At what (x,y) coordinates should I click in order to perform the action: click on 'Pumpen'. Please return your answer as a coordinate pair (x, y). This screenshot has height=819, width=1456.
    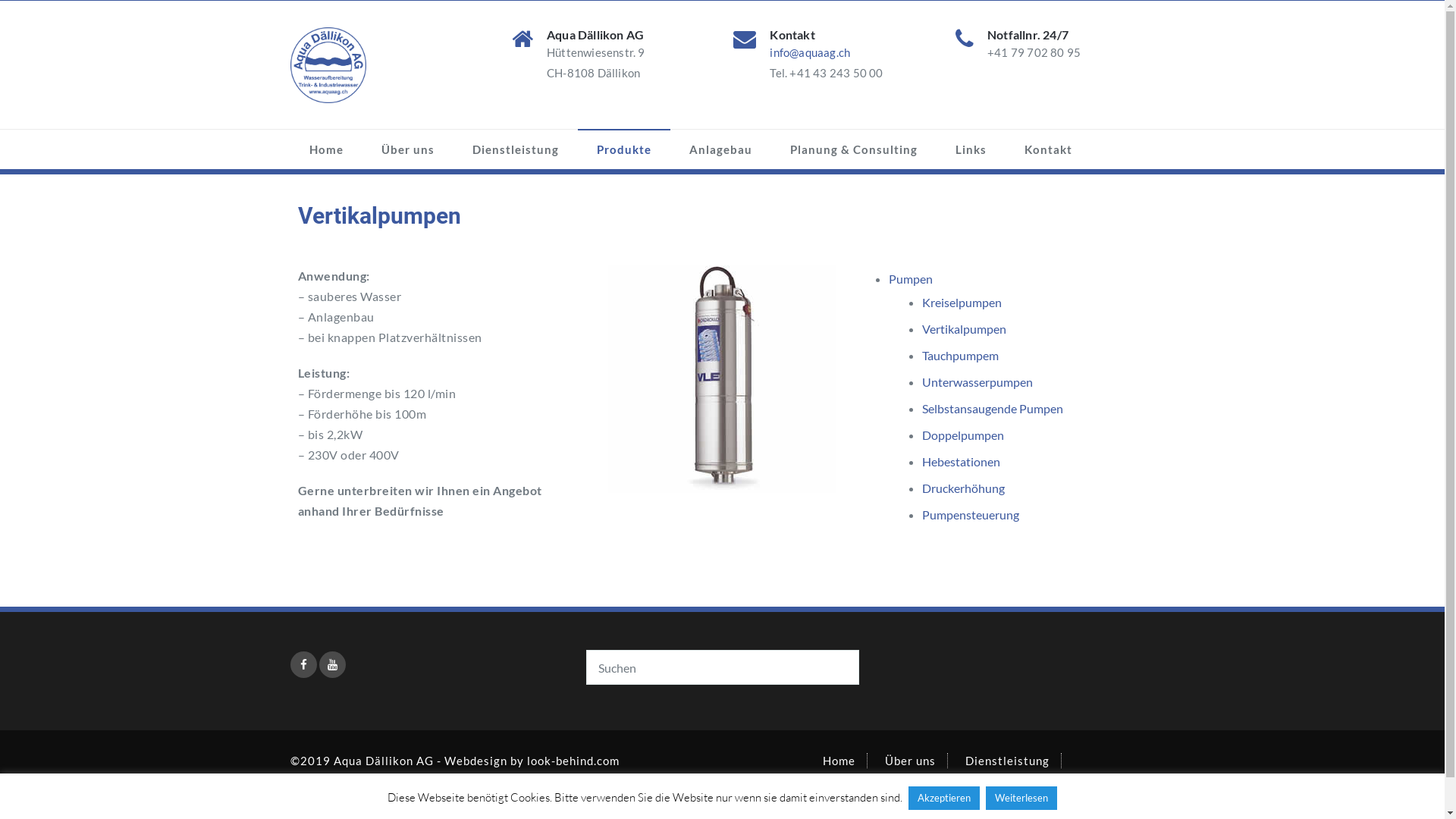
    Looking at the image, I should click on (910, 278).